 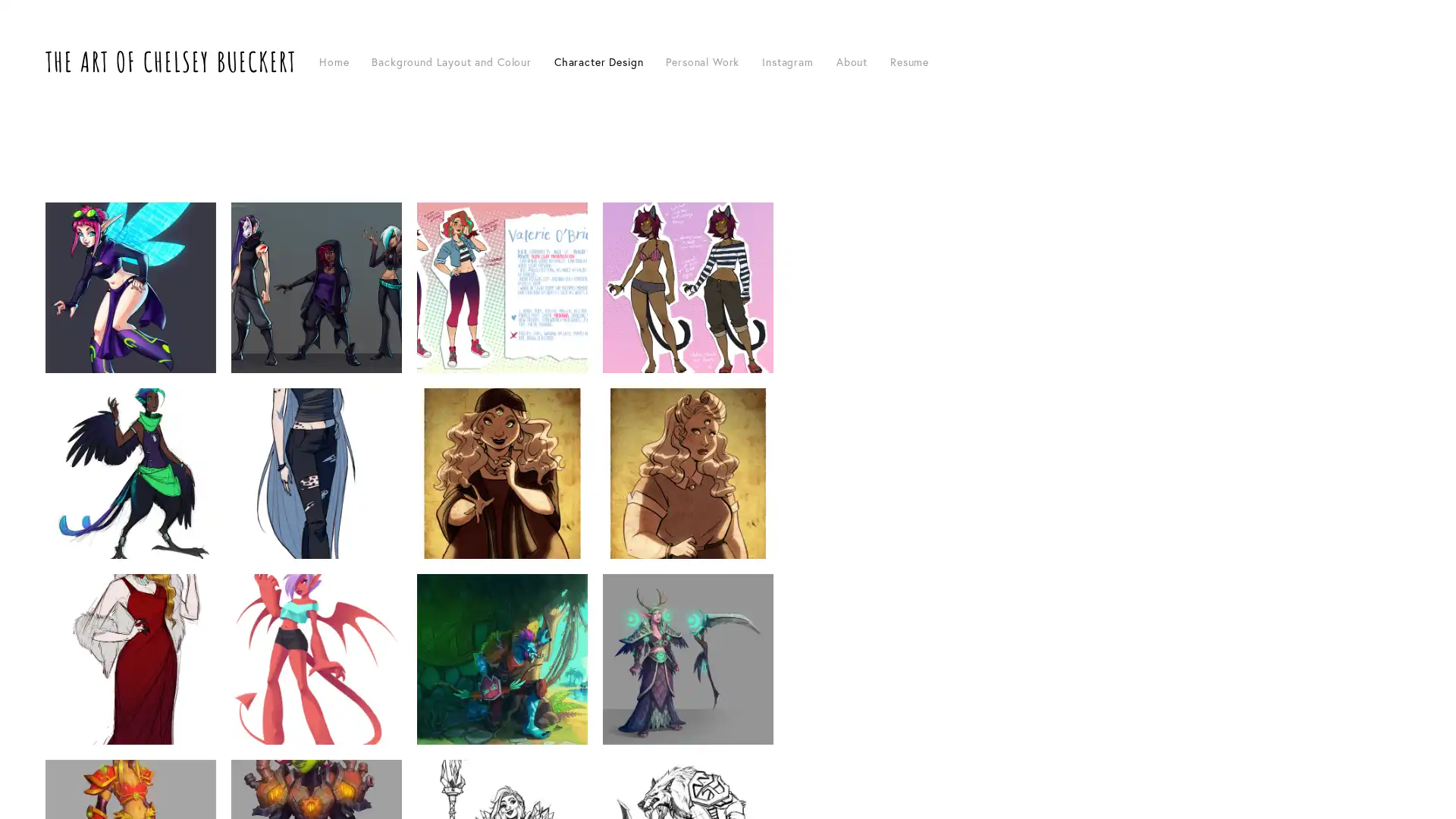 I want to click on View fullsize pastel goth demon chick.png, so click(x=315, y=658).